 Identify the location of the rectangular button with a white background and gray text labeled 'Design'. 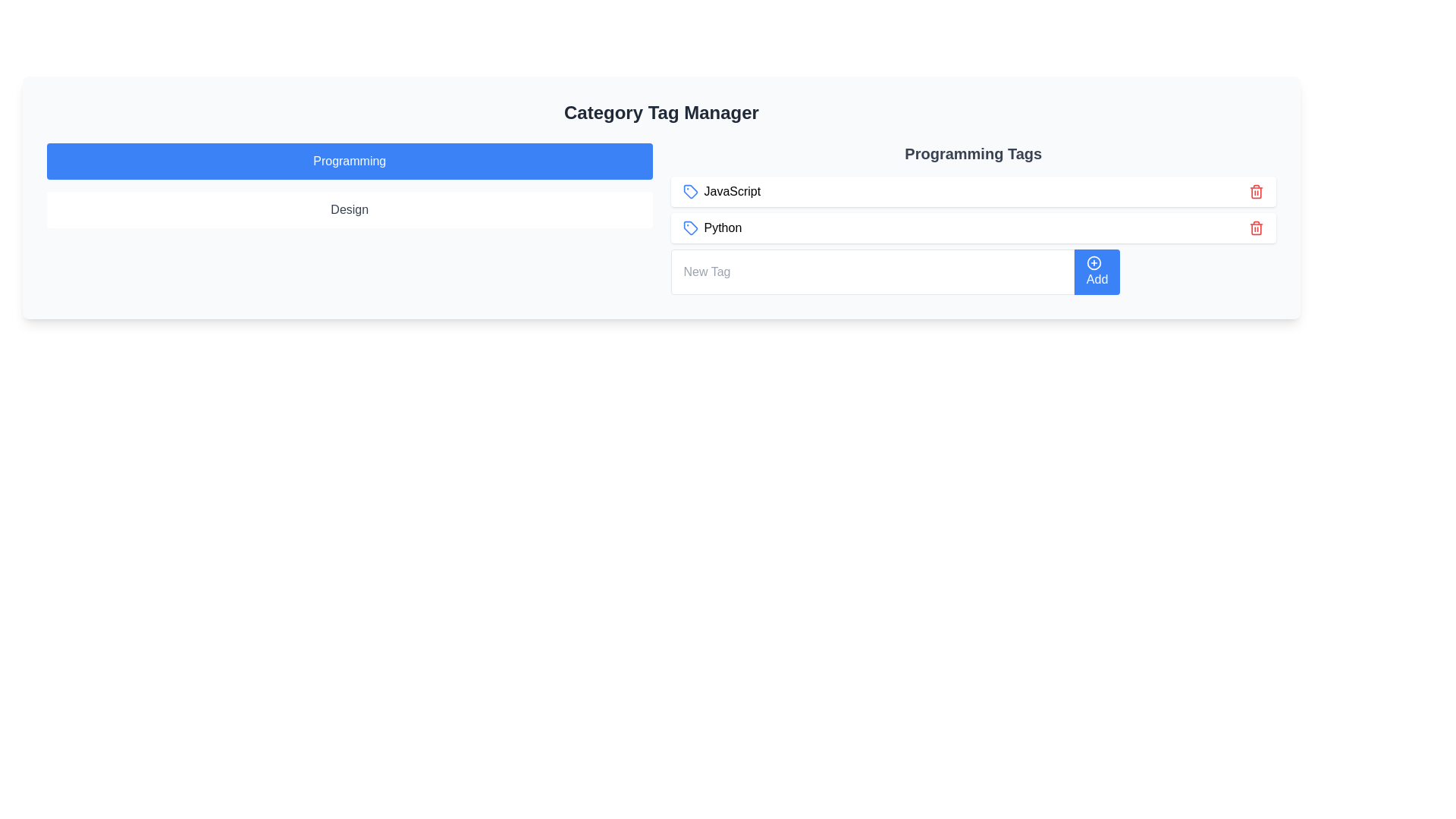
(349, 210).